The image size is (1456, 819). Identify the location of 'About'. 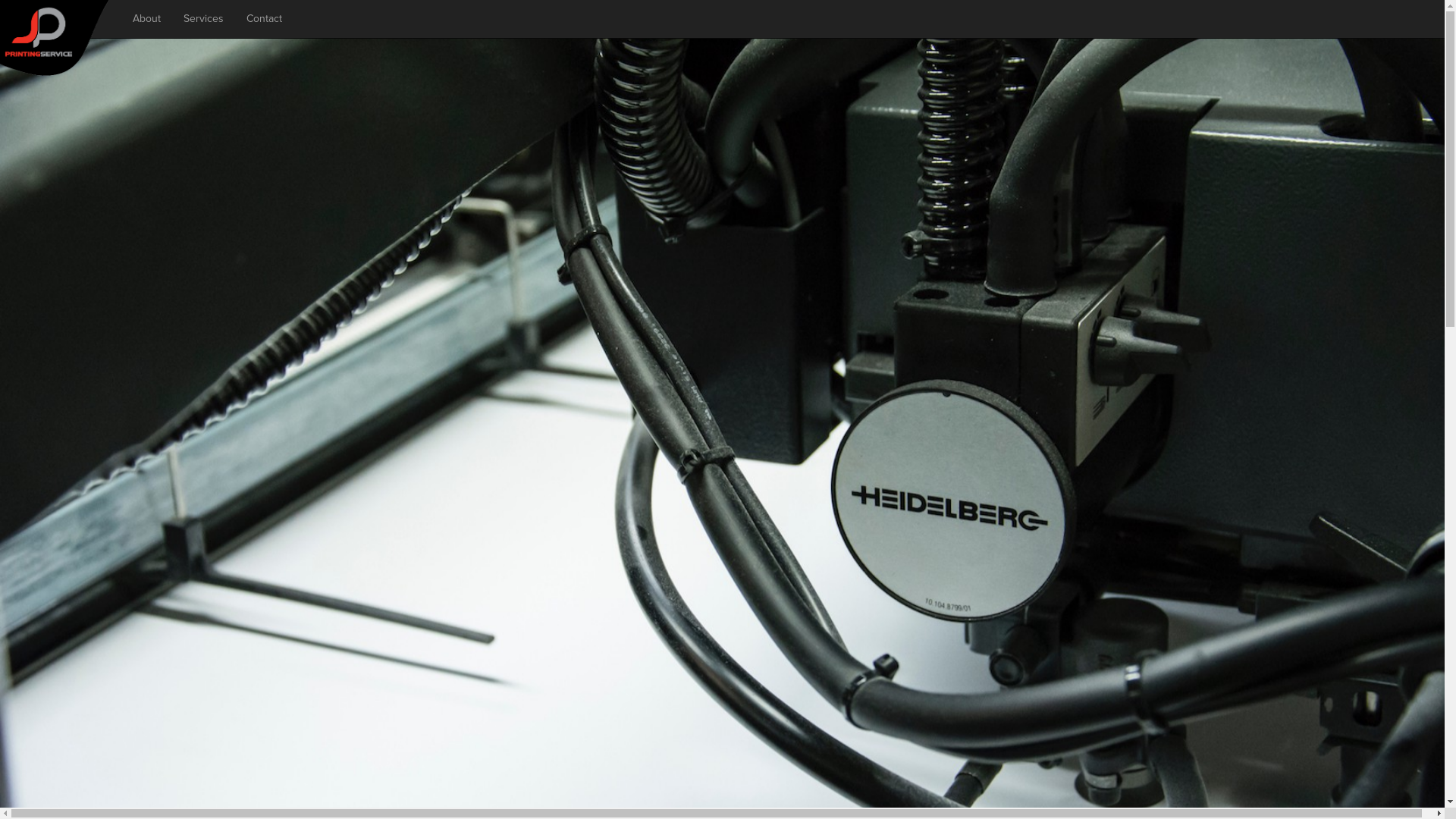
(146, 18).